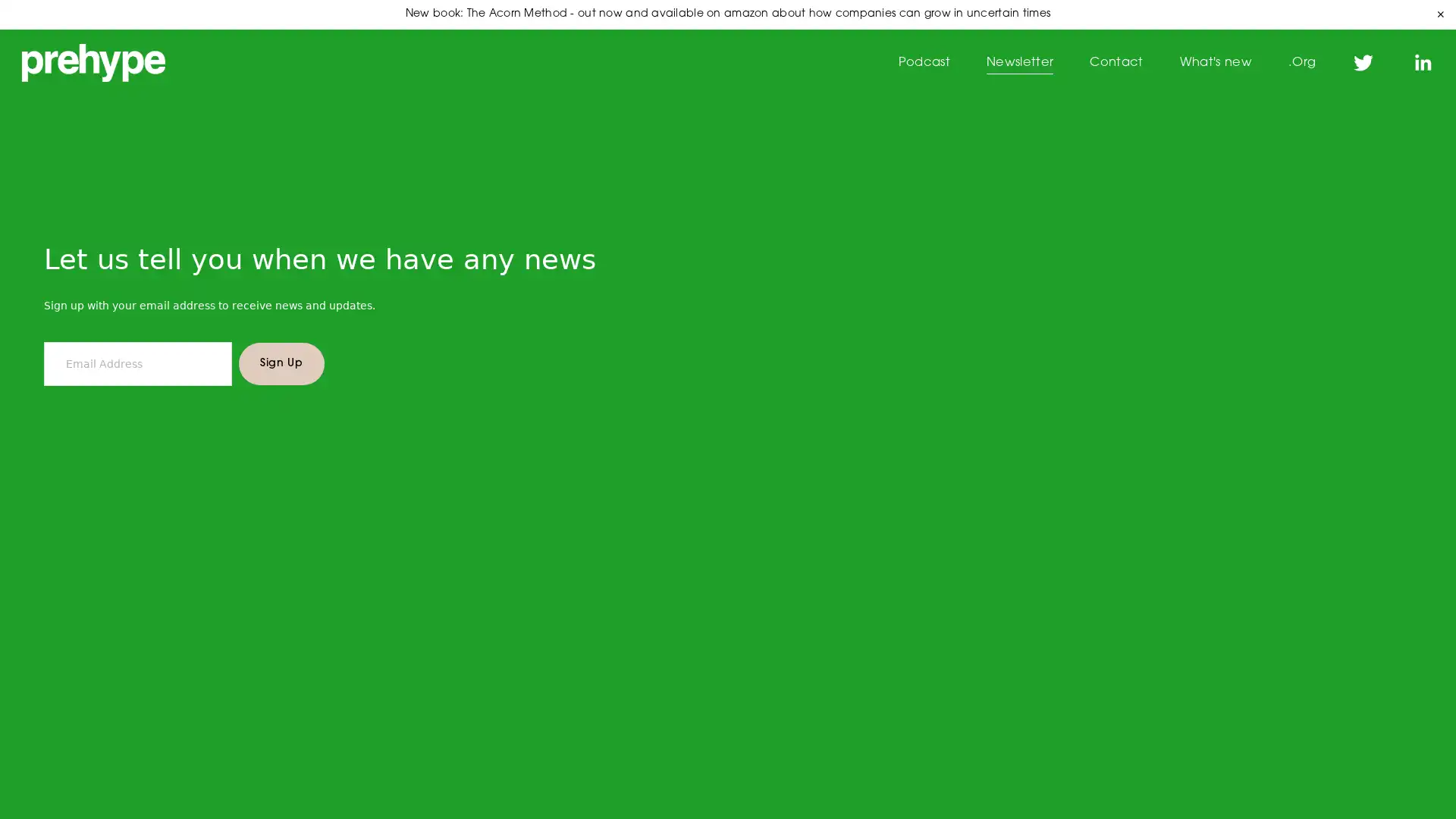 The height and width of the screenshot is (819, 1456). Describe the element at coordinates (281, 377) in the screenshot. I see `Sign Up` at that location.